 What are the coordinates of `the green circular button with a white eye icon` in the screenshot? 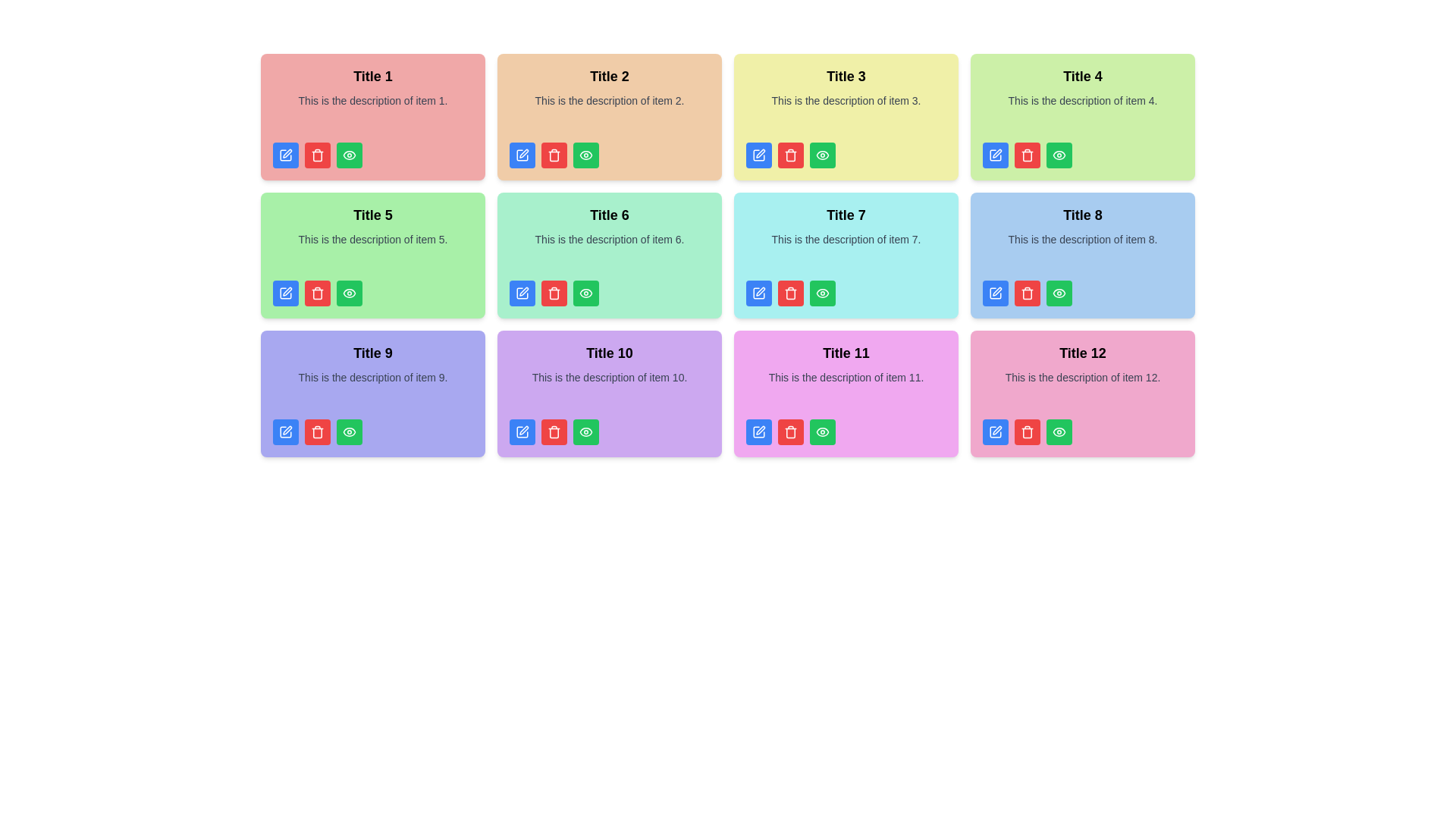 It's located at (585, 155).